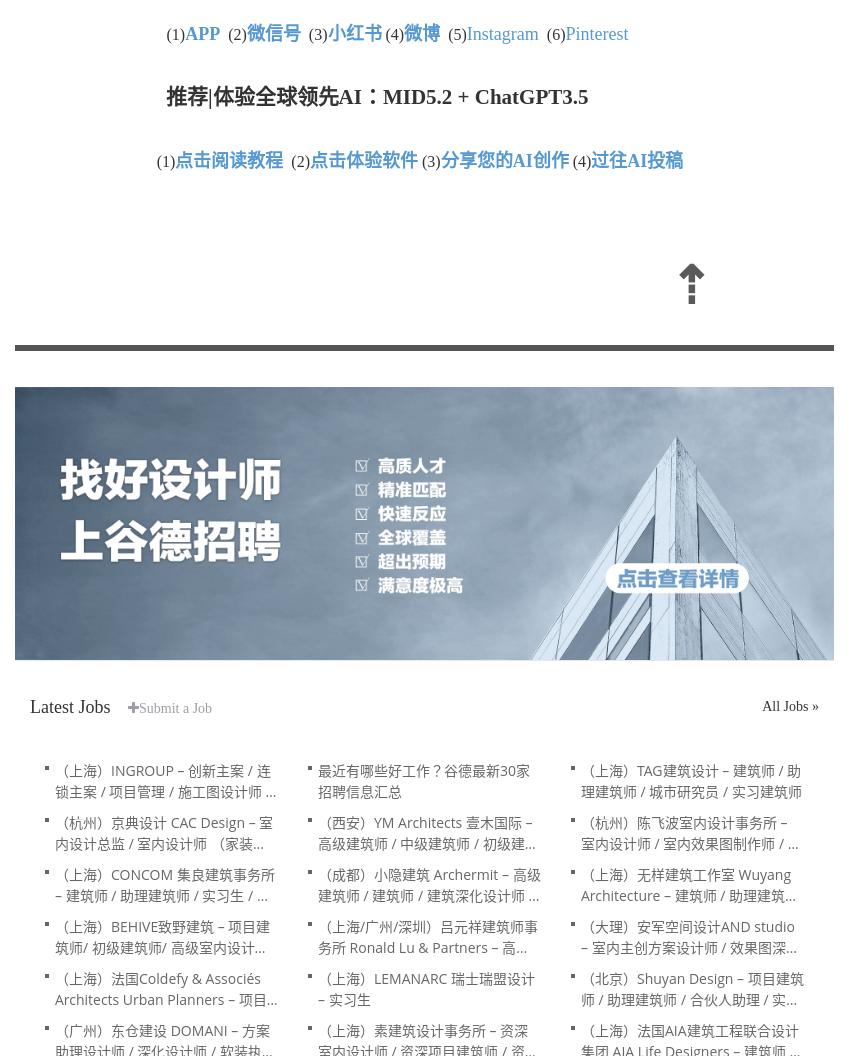  What do you see at coordinates (502, 161) in the screenshot?
I see `'分享您的AI创作'` at bounding box center [502, 161].